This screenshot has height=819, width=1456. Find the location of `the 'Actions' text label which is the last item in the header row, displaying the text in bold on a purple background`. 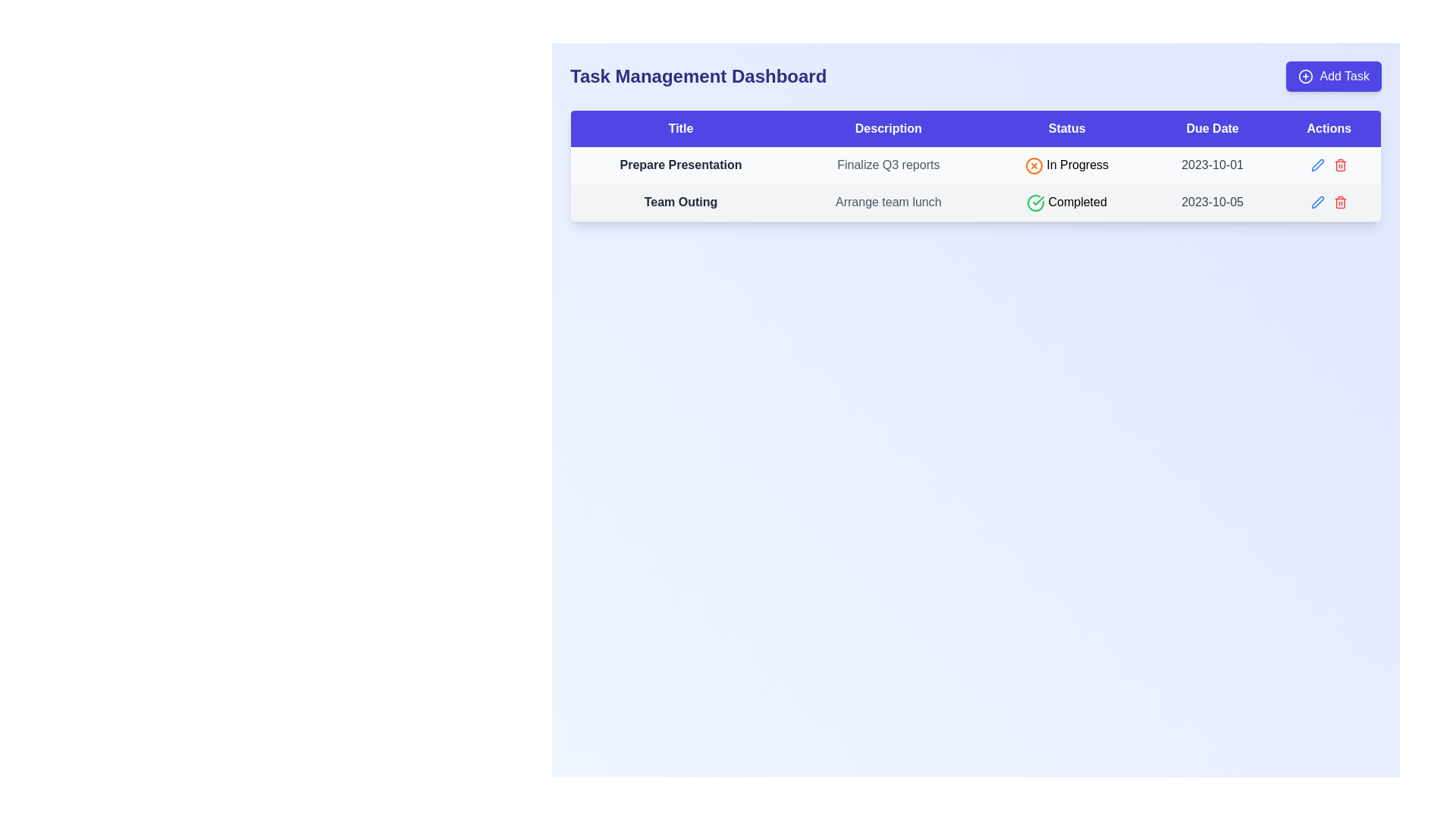

the 'Actions' text label which is the last item in the header row, displaying the text in bold on a purple background is located at coordinates (1328, 127).